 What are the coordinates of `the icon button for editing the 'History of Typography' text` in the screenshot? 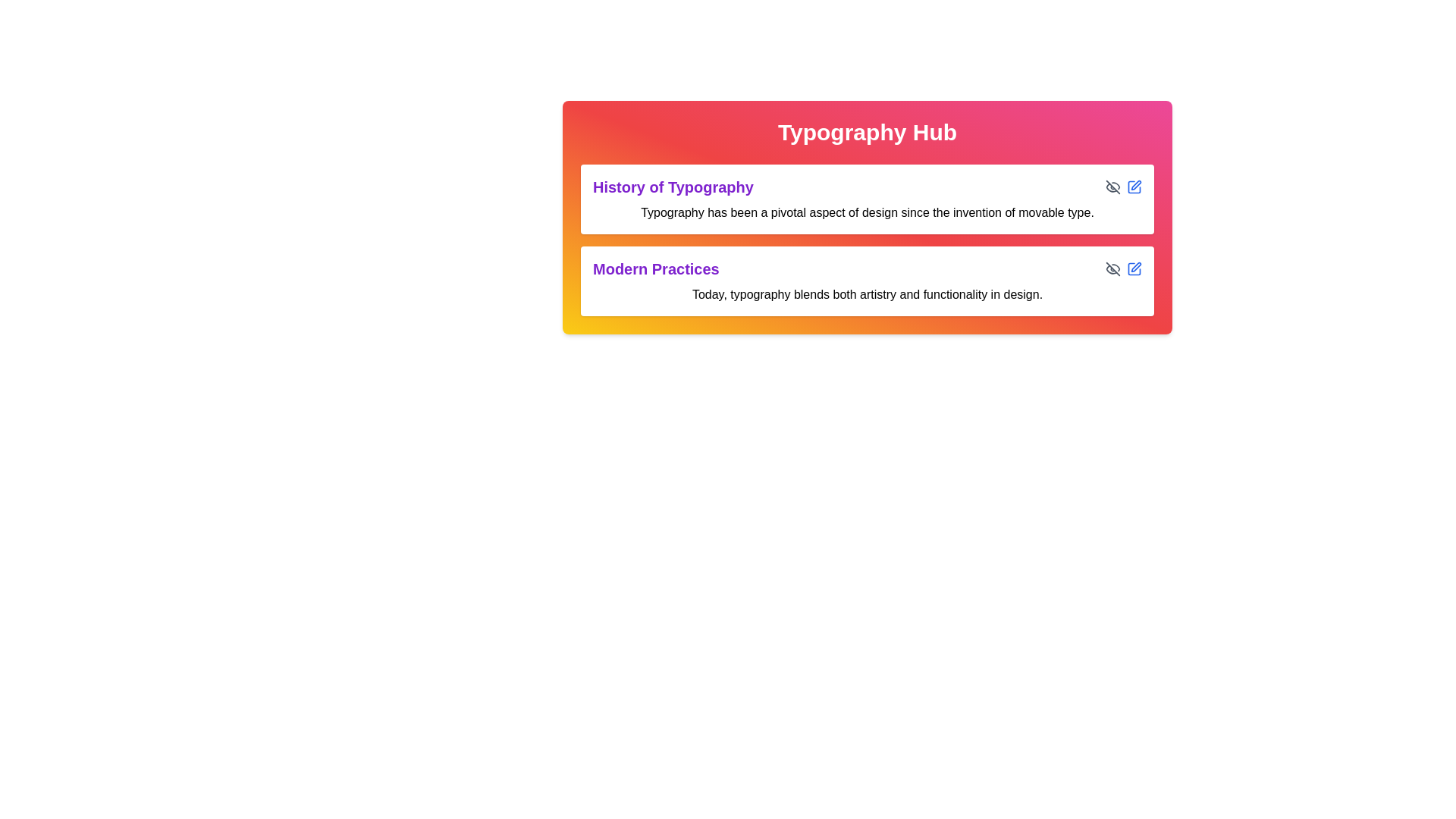 It's located at (1134, 186).